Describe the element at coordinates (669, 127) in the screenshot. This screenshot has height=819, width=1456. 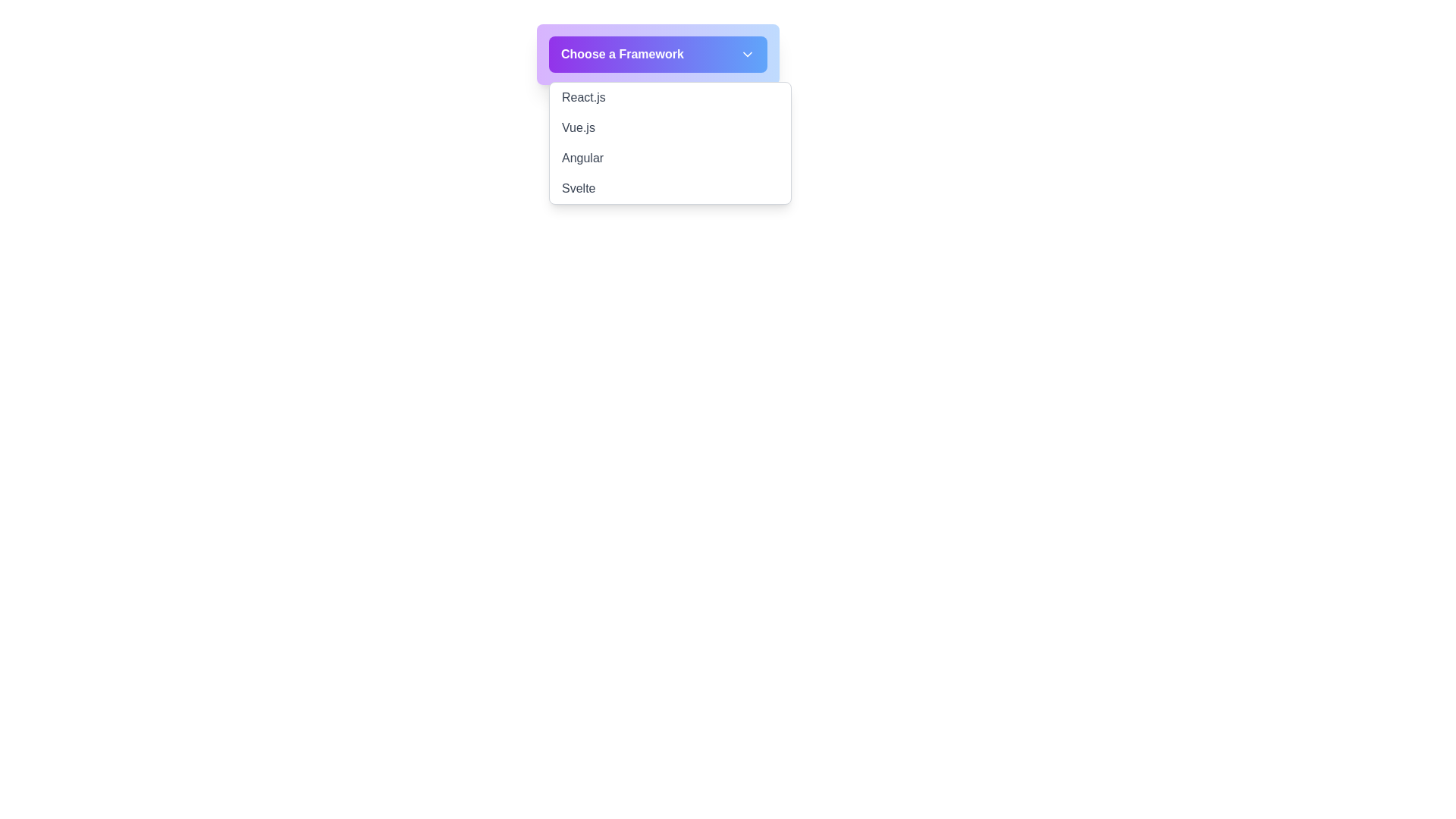
I see `the second list item in the dropdown menu labeled 'Vue.js'` at that location.